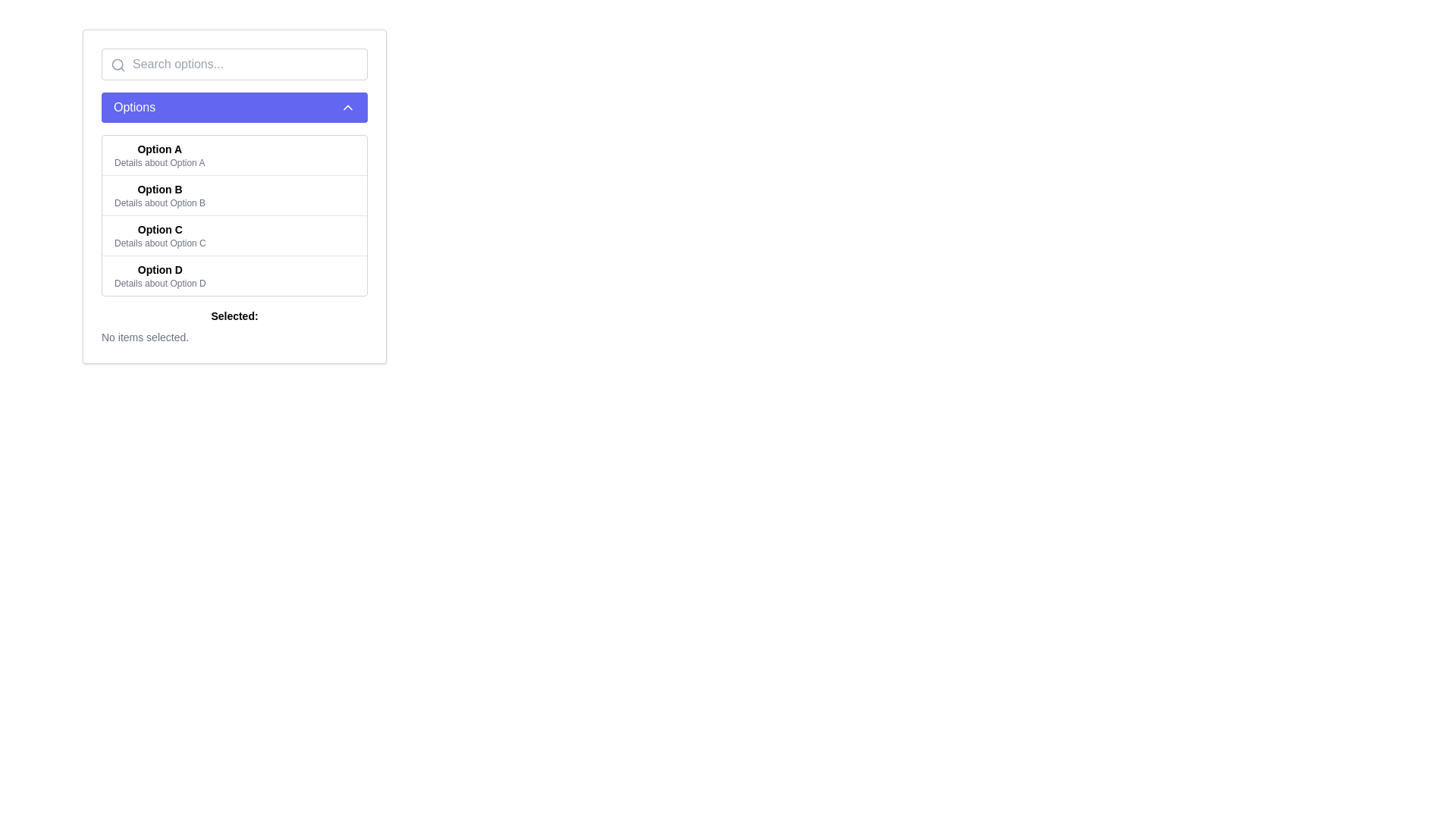 This screenshot has height=819, width=1456. Describe the element at coordinates (234, 196) in the screenshot. I see `the second selectable option in the list, which is located below 'Option A' and above 'Option C'` at that location.